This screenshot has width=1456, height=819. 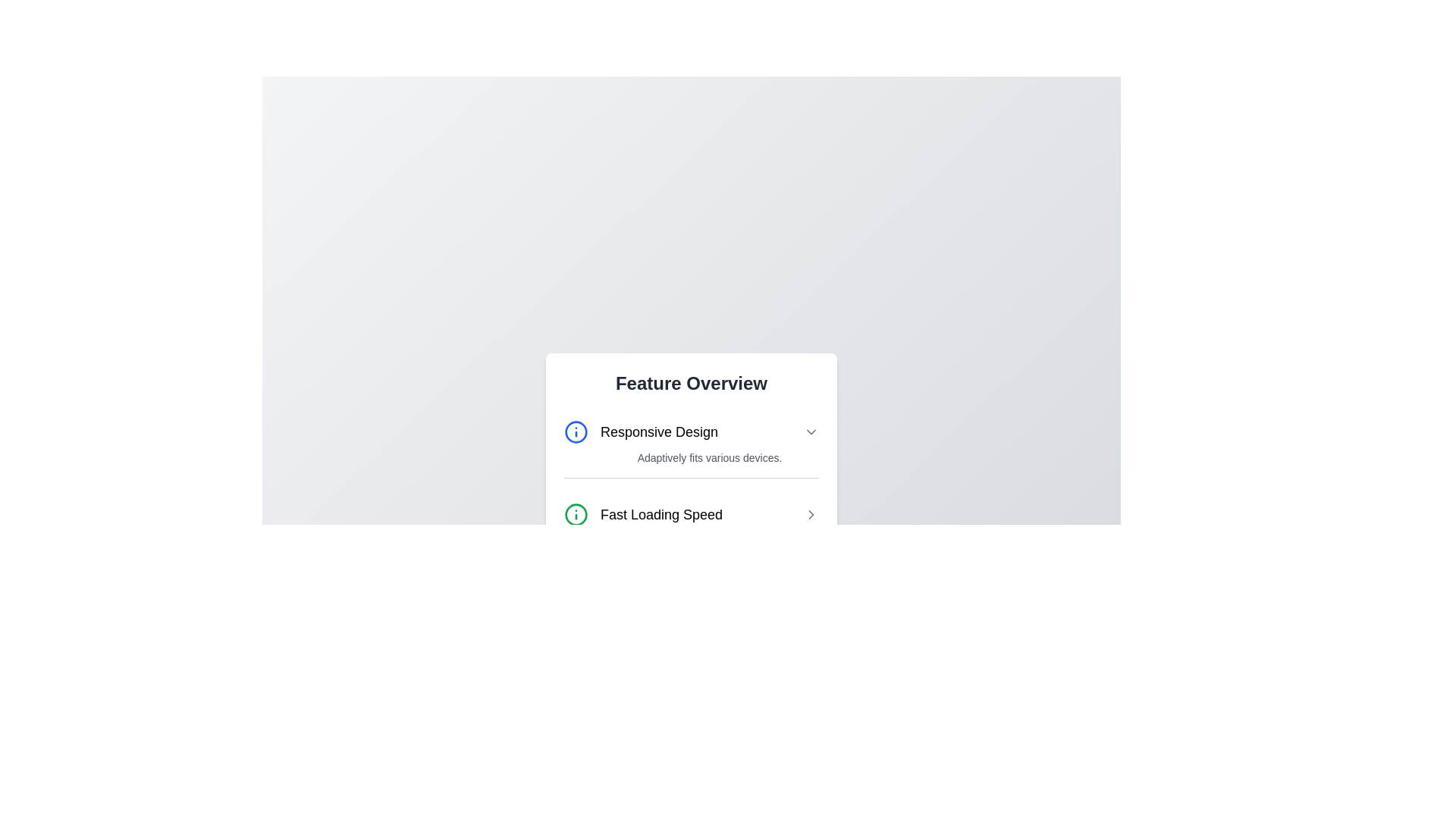 I want to click on the 'Fast Loading Speed' label, which is styled in bold and located below the 'Responsive Design' label in the 'Feature Overview' section, so click(x=661, y=513).